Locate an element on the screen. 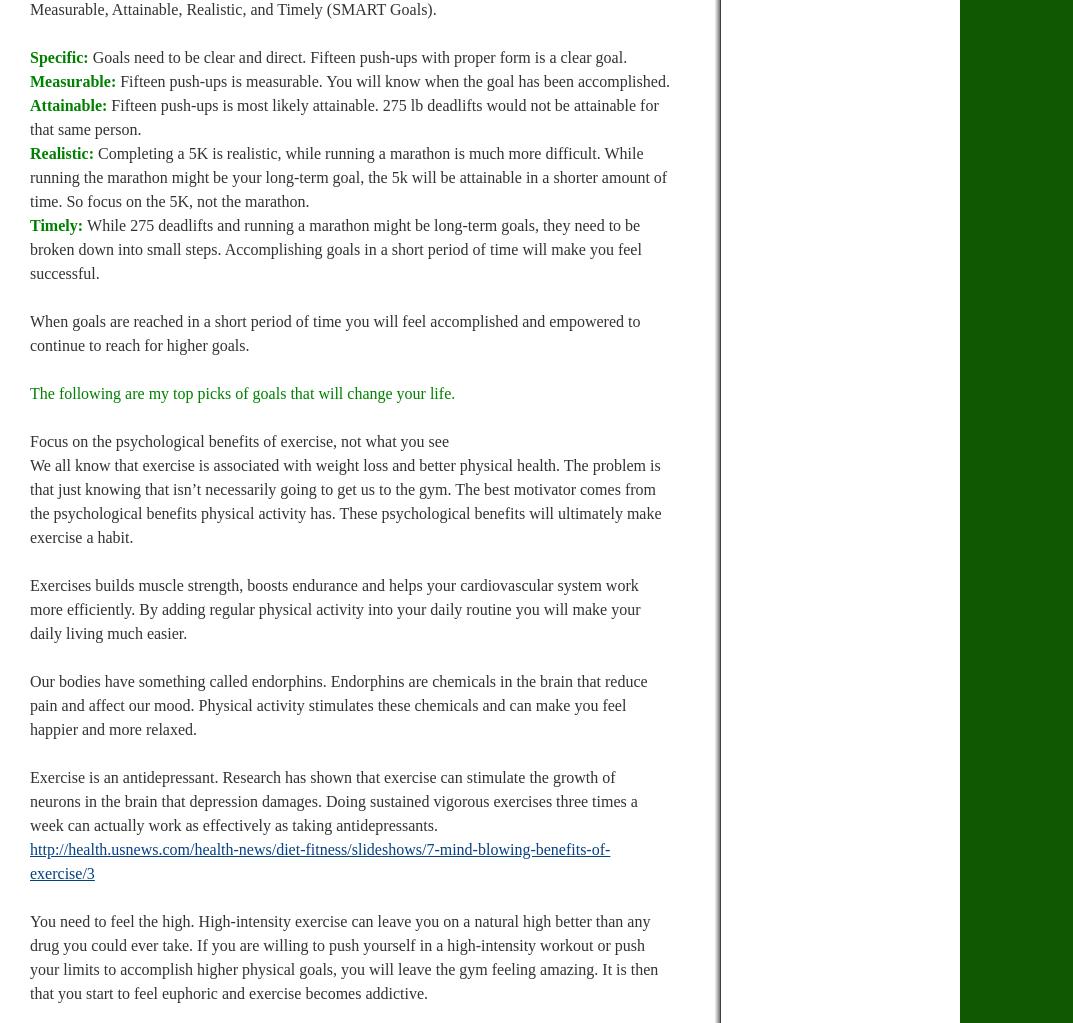  'Our bodies have something called endorphins. Endorphins are chemicals in the brain that reduce pain and affect our mood. Physical activity stimulates these chemicals and can make you feel happier and more relaxed.' is located at coordinates (338, 704).